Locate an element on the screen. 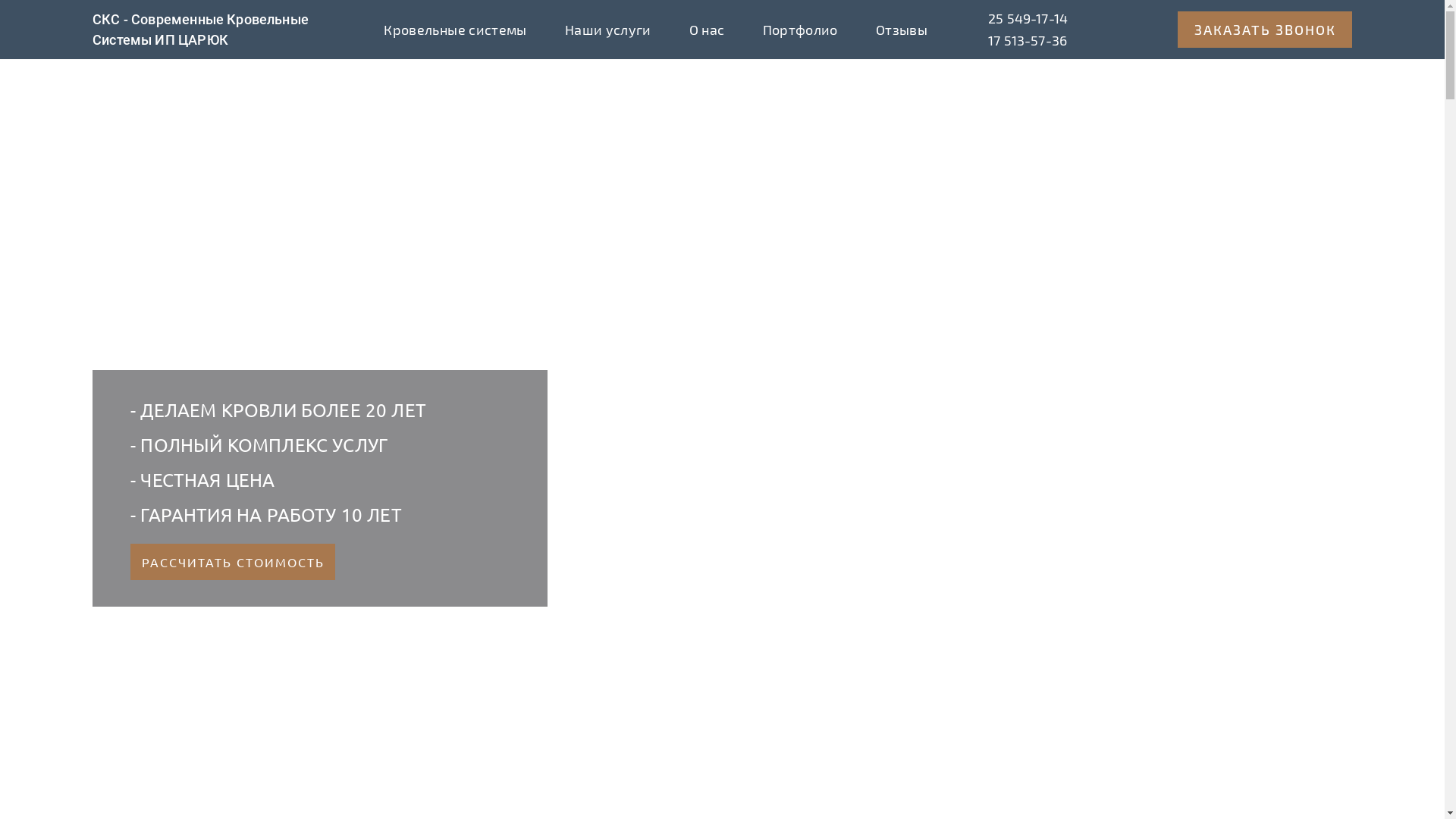 This screenshot has width=1456, height=819. '25 549-17-14' is located at coordinates (987, 18).